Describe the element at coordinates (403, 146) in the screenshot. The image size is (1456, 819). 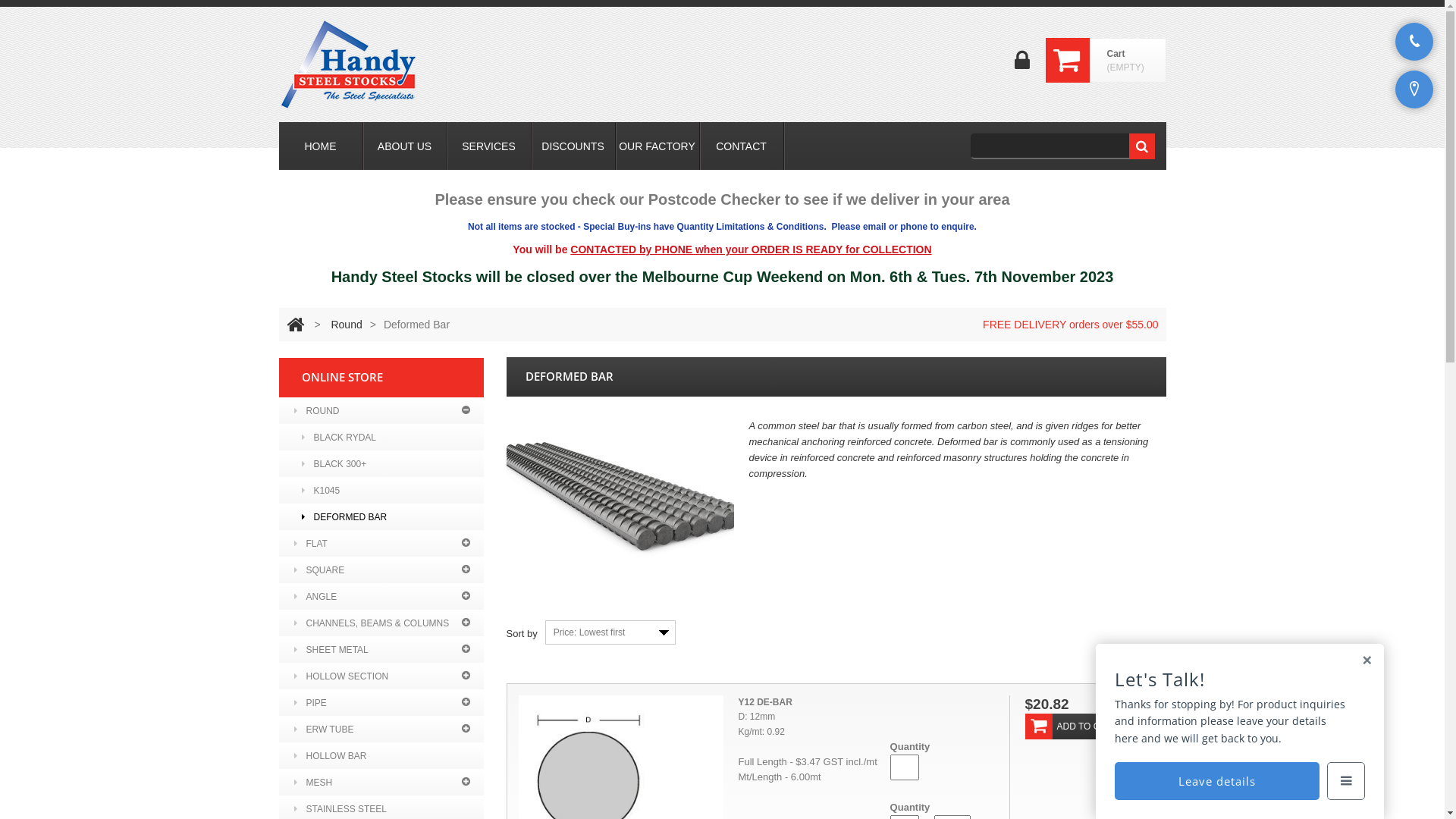
I see `'ABOUT US'` at that location.